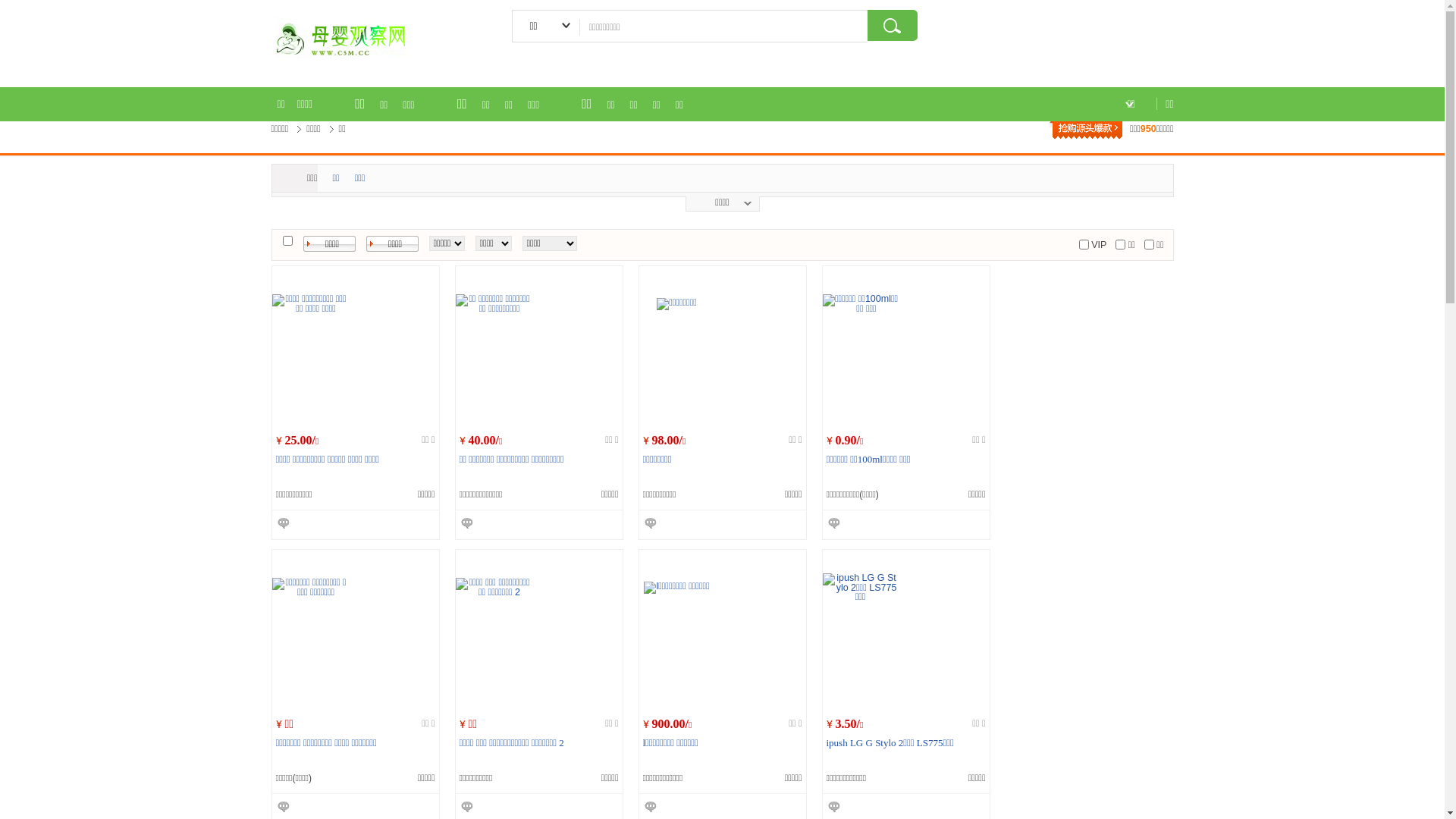  I want to click on 'on', so click(1115, 243).